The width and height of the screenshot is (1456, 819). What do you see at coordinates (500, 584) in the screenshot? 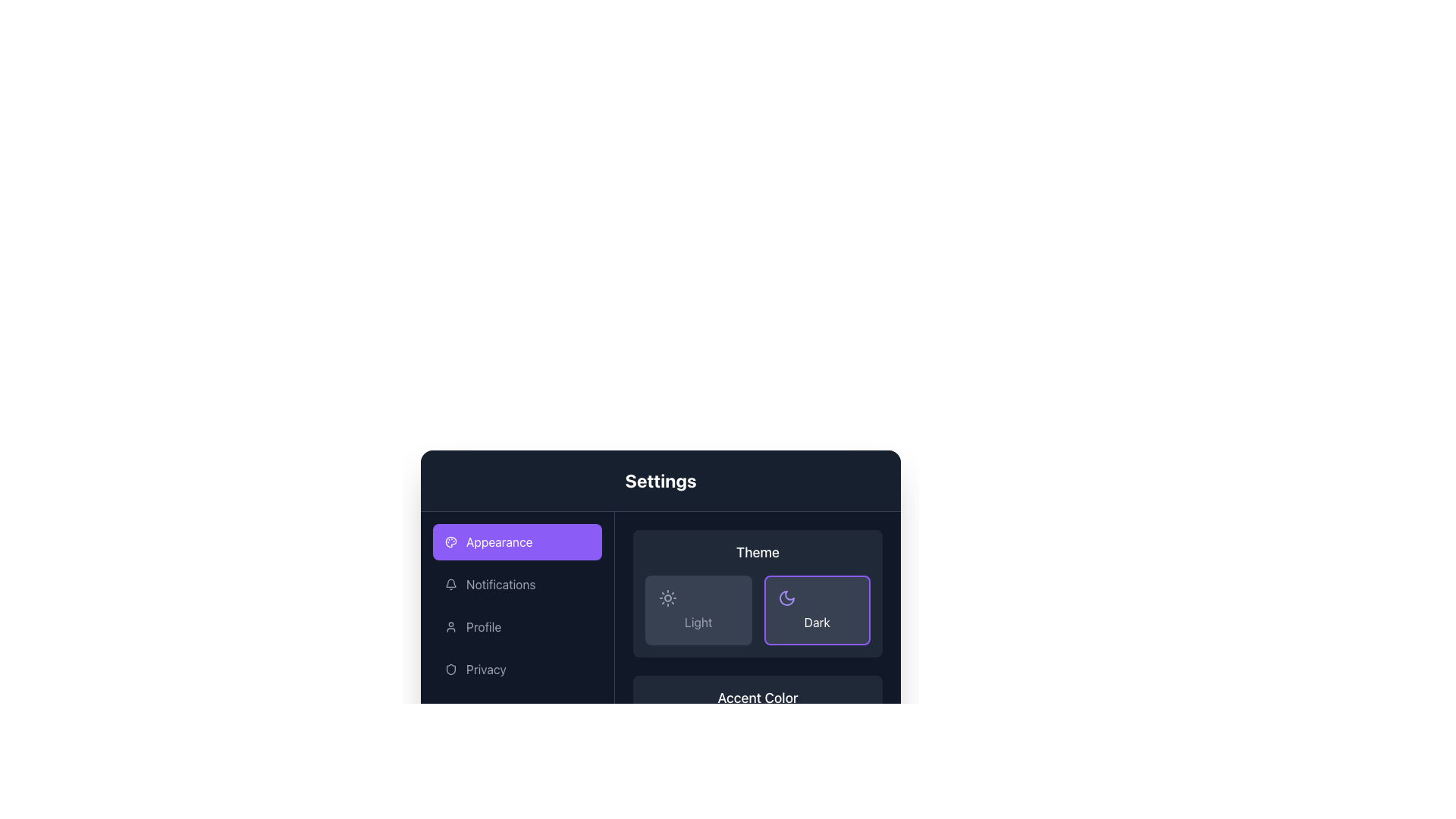
I see `text content of the label located in the left menu panel below the 'Appearance' section, which is the first textual item in a list beneath a purple-highlighted option` at bounding box center [500, 584].